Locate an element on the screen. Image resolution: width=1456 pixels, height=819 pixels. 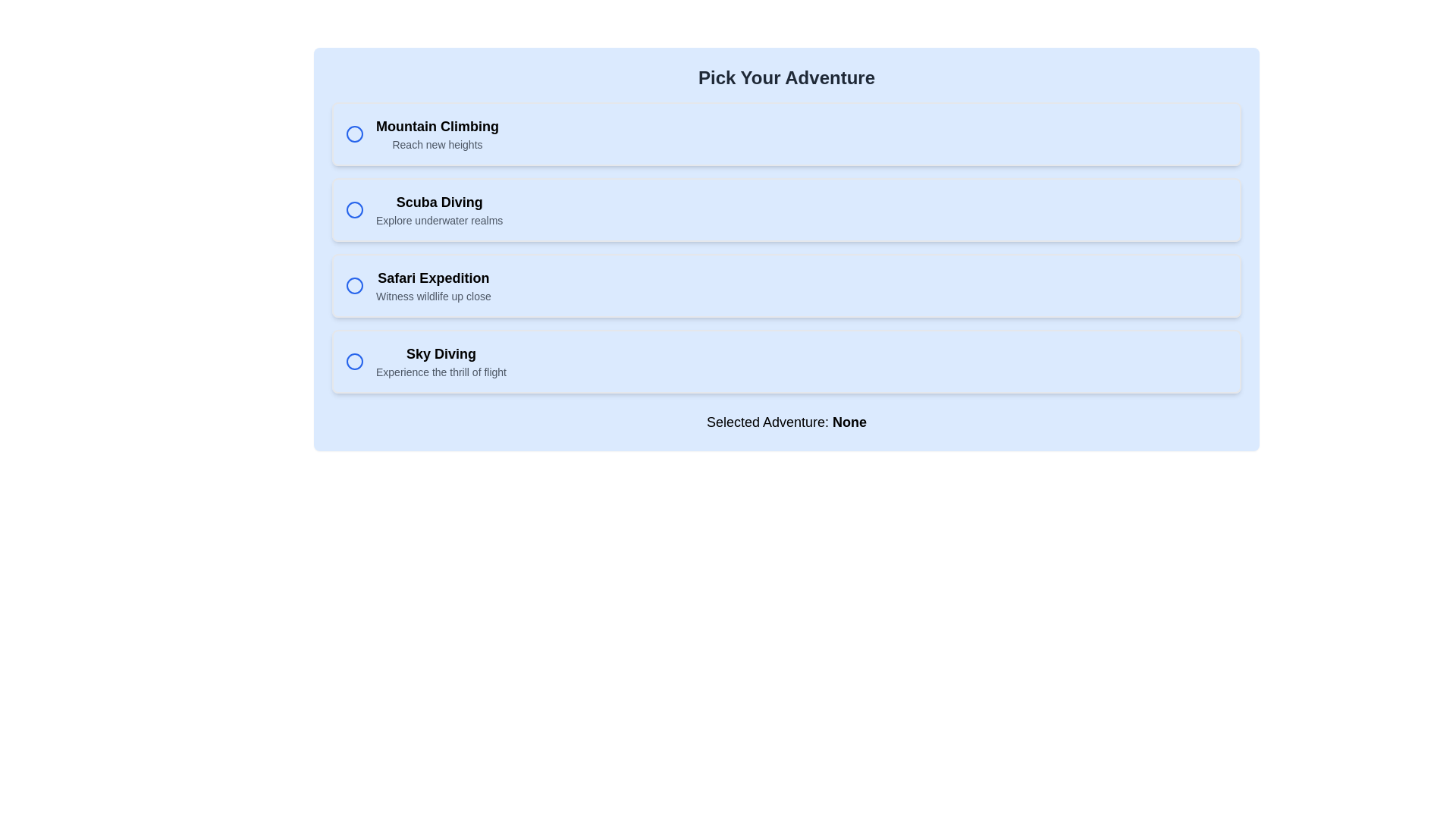
the text label displaying the phrase 'Reach new heights', which is aligned to the left beneath the bold text 'Mountain Climbing' is located at coordinates (436, 145).